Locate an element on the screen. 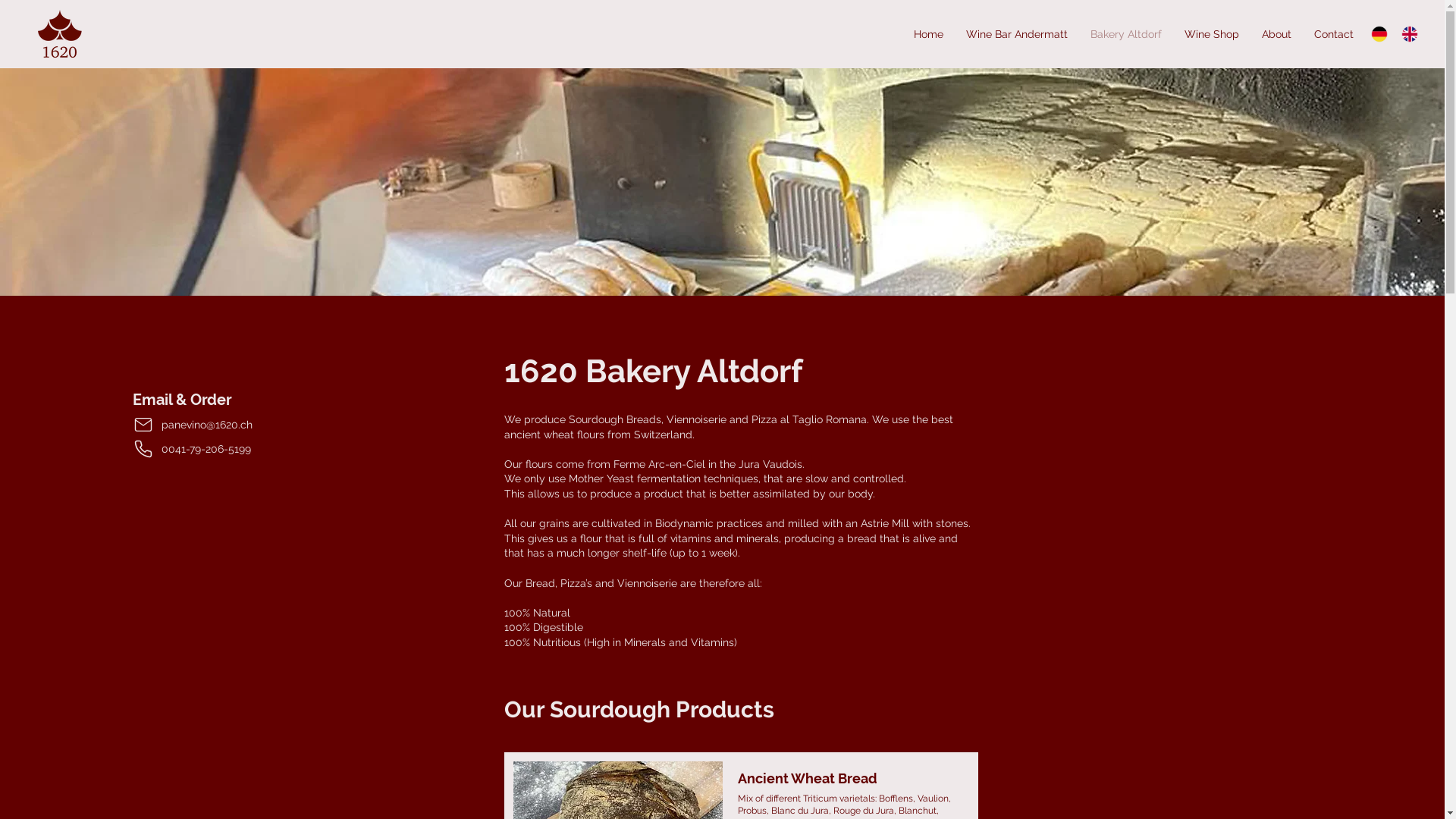 The height and width of the screenshot is (819, 1456). 'Contact' is located at coordinates (1332, 34).